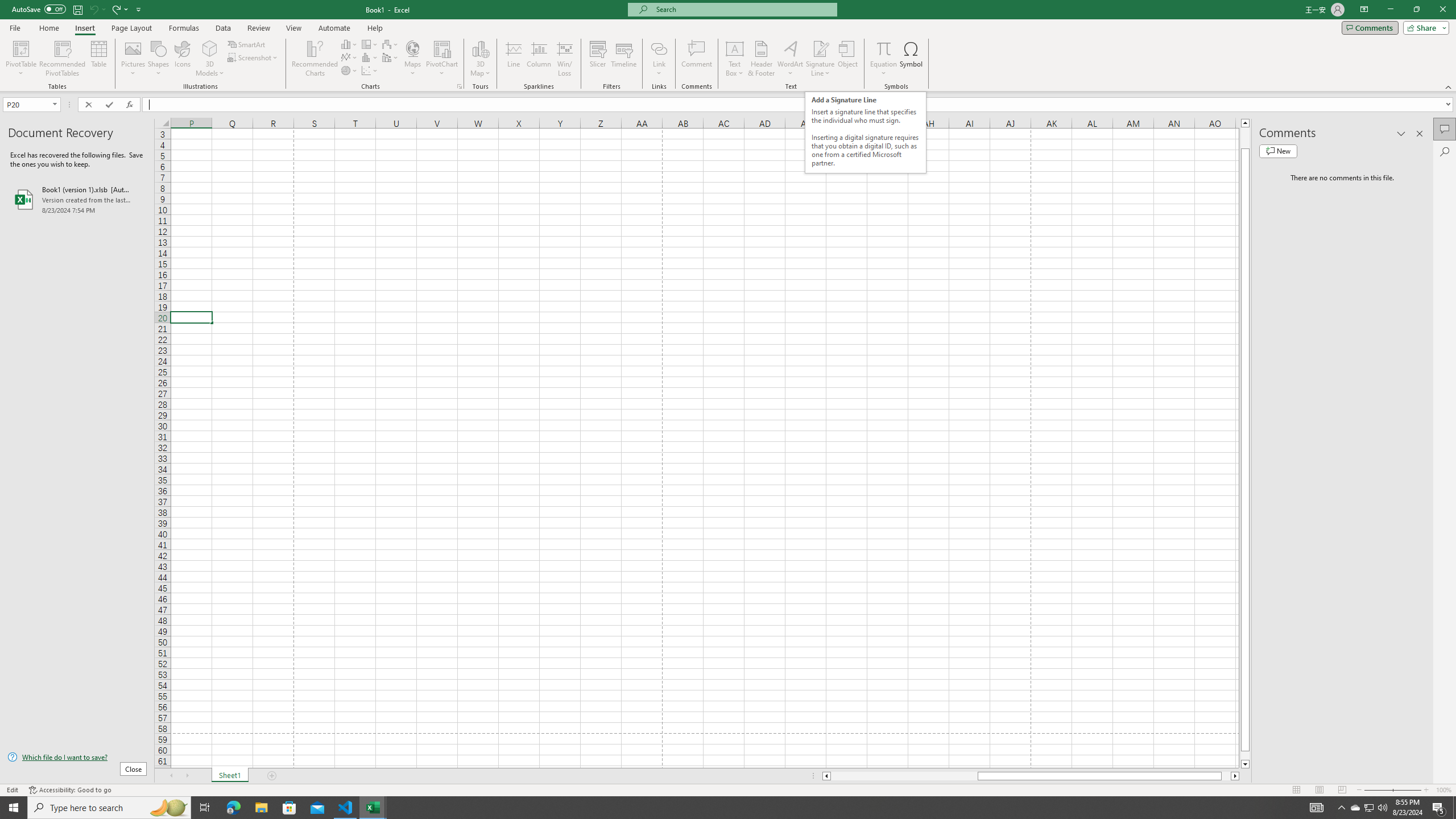 This screenshot has height=819, width=1456. I want to click on 'Shapes', so click(158, 59).